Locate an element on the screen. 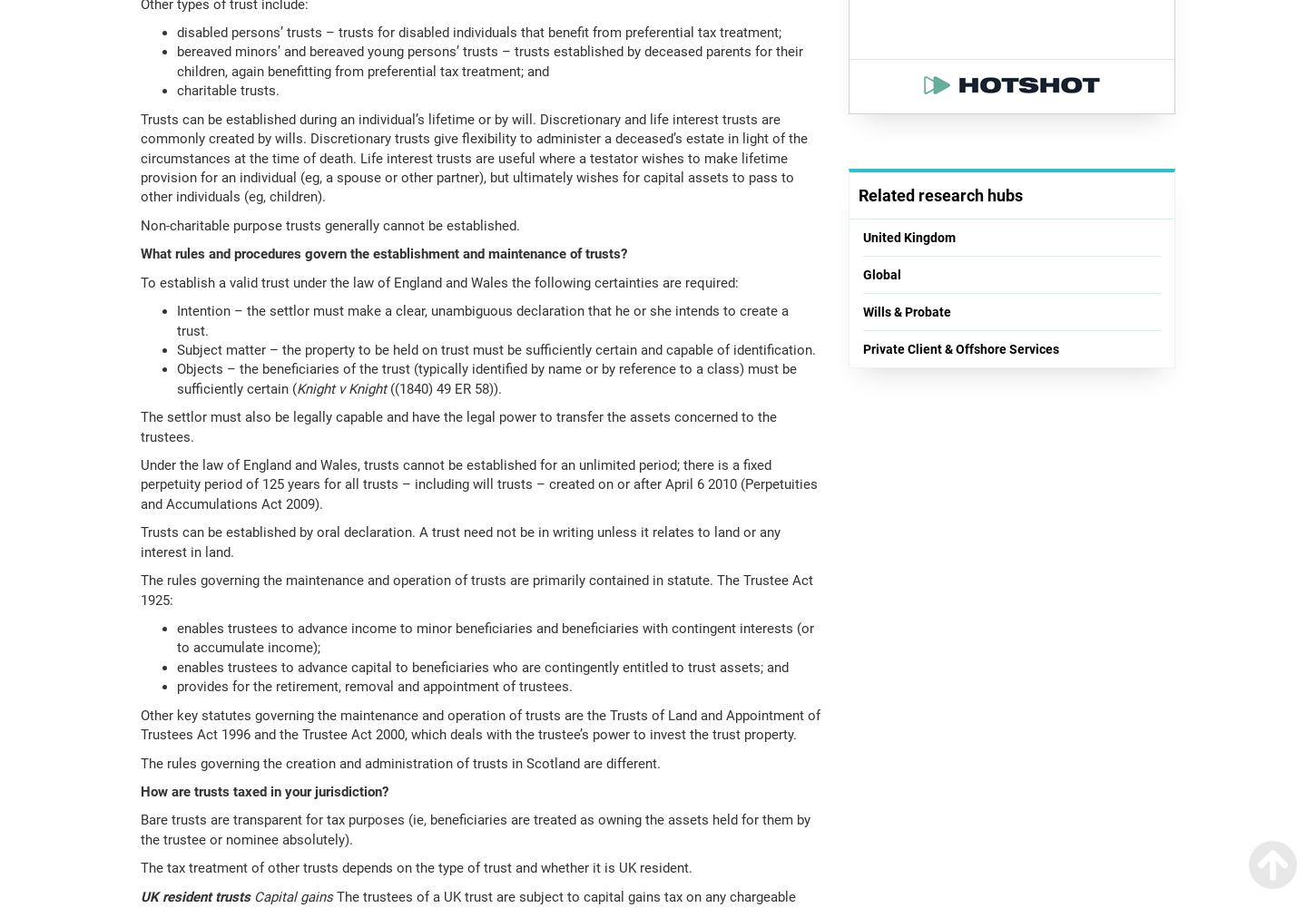 The width and height of the screenshot is (1316, 908). 'bereaved minors’ and bereaved young persons’ trusts – trusts established by deceased parents for their children, again benefitting from preferential tax treatment; and' is located at coordinates (489, 61).